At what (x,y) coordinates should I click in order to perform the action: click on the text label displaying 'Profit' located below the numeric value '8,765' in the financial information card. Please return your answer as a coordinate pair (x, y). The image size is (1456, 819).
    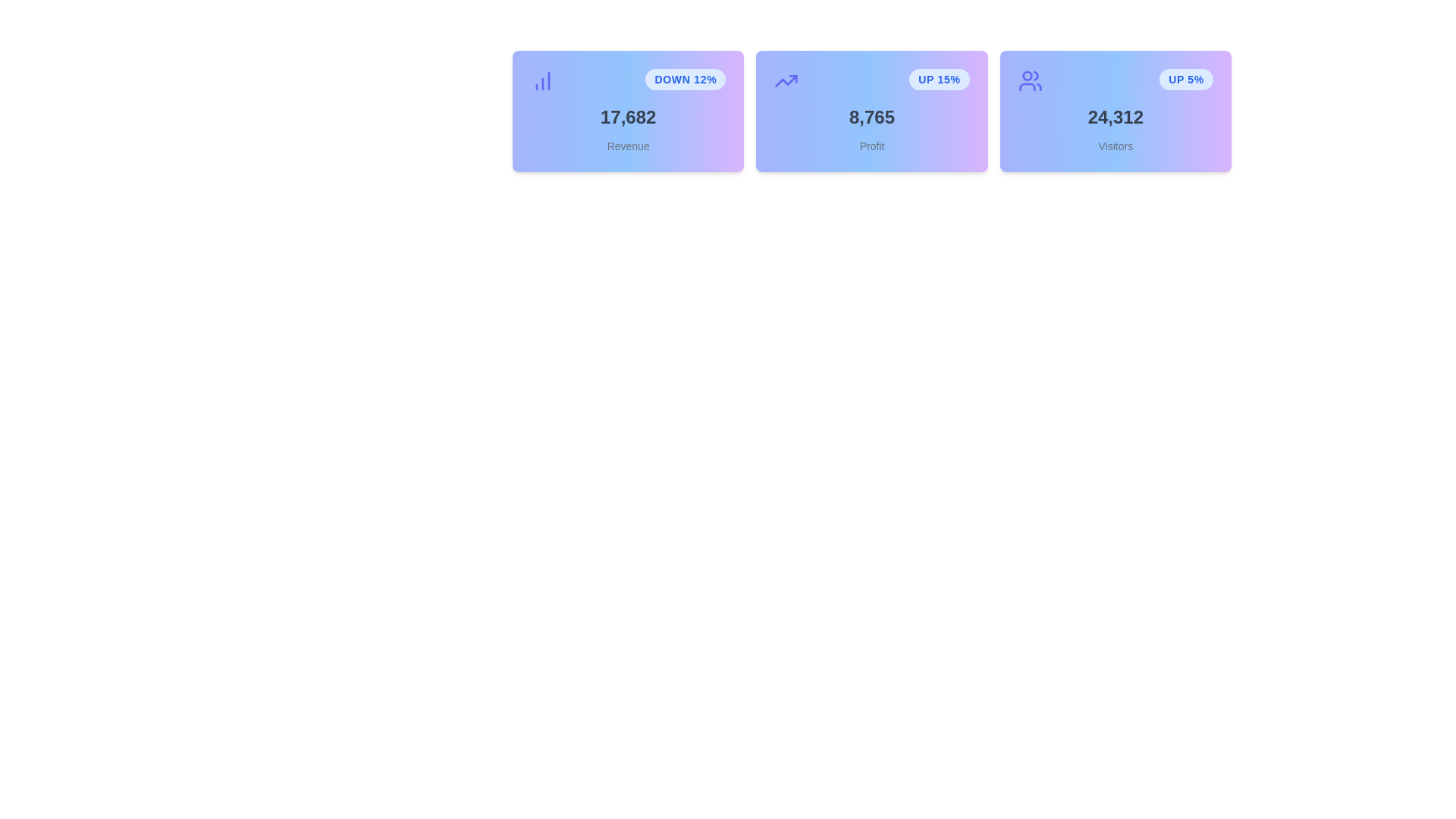
    Looking at the image, I should click on (872, 146).